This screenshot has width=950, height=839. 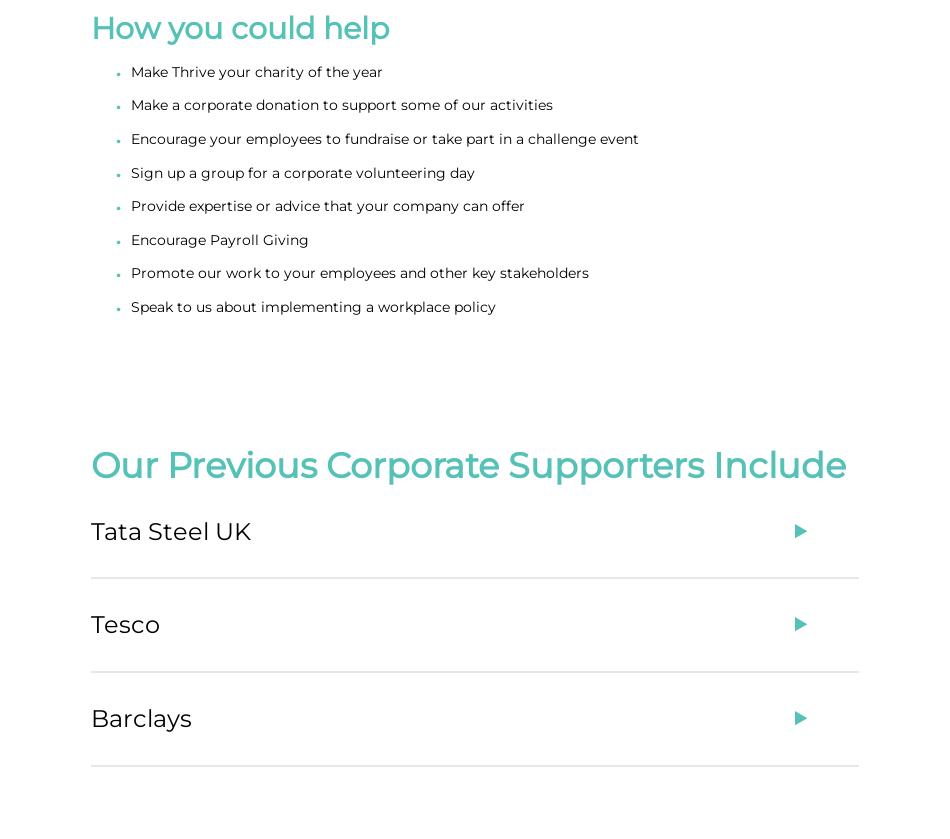 What do you see at coordinates (358, 273) in the screenshot?
I see `'Promote our work to your employees and other key stakeholders'` at bounding box center [358, 273].